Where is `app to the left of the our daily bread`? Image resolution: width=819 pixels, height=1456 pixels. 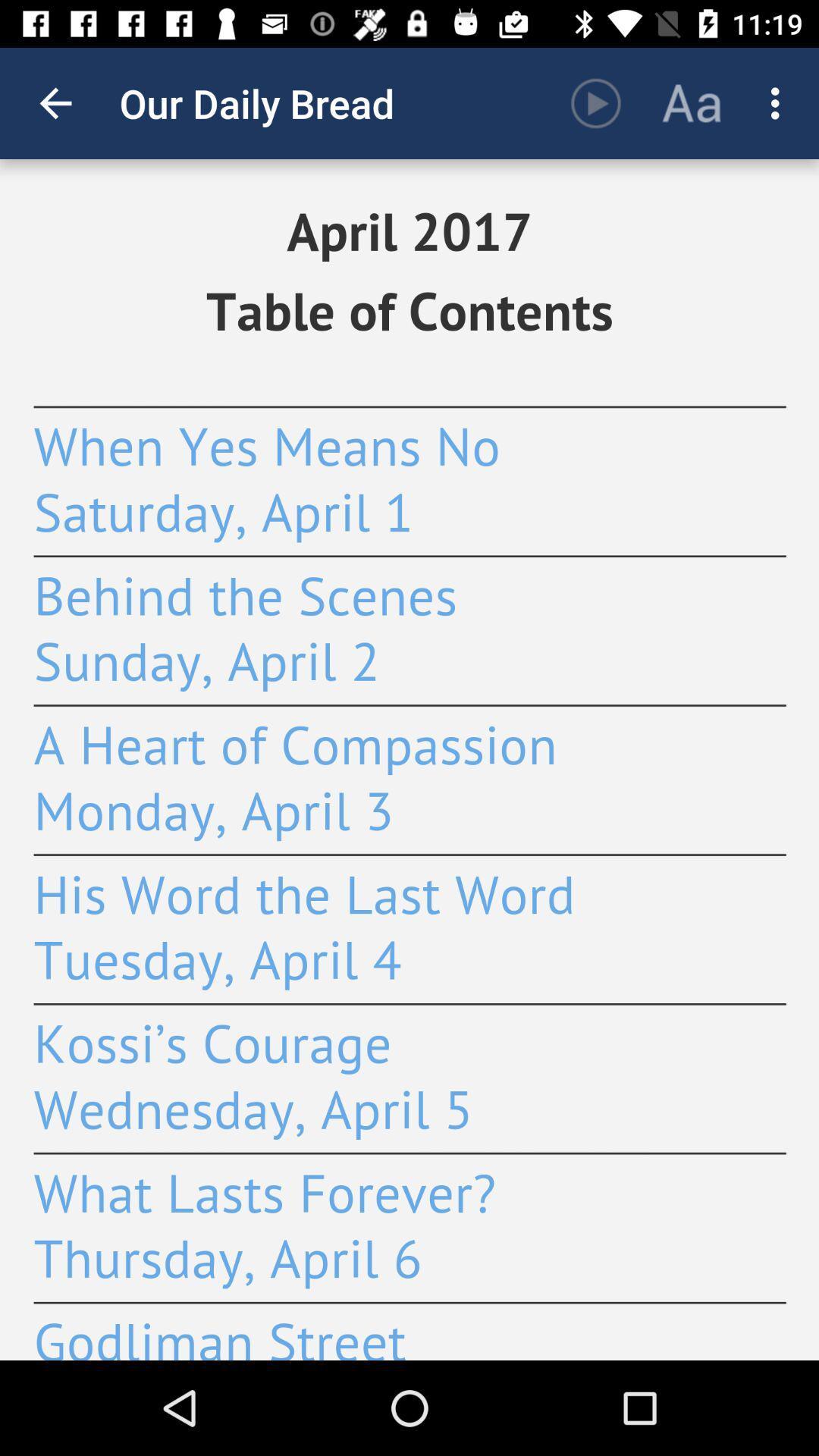 app to the left of the our daily bread is located at coordinates (55, 102).